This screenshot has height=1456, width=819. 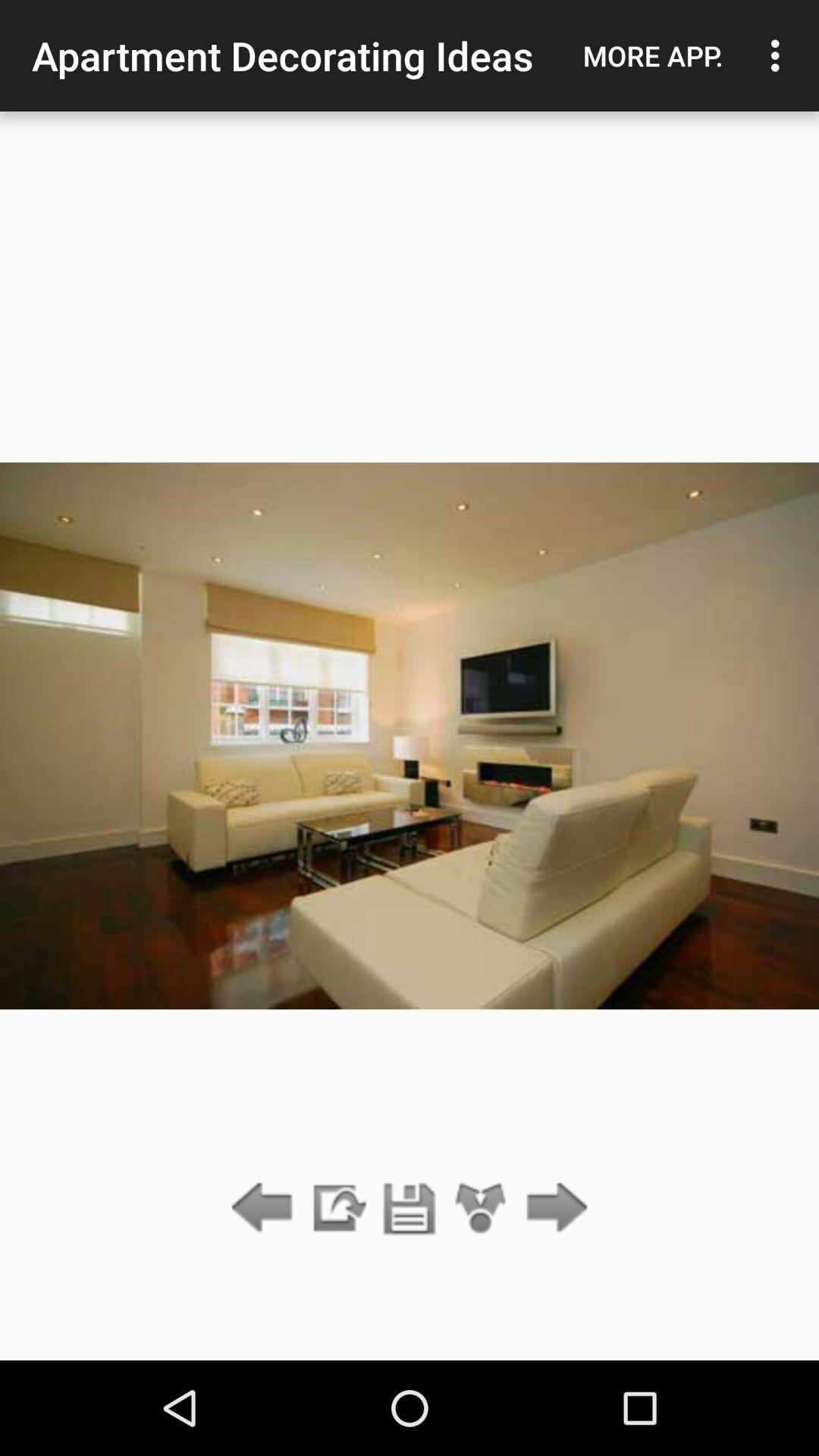 What do you see at coordinates (481, 1208) in the screenshot?
I see `the share icon` at bounding box center [481, 1208].